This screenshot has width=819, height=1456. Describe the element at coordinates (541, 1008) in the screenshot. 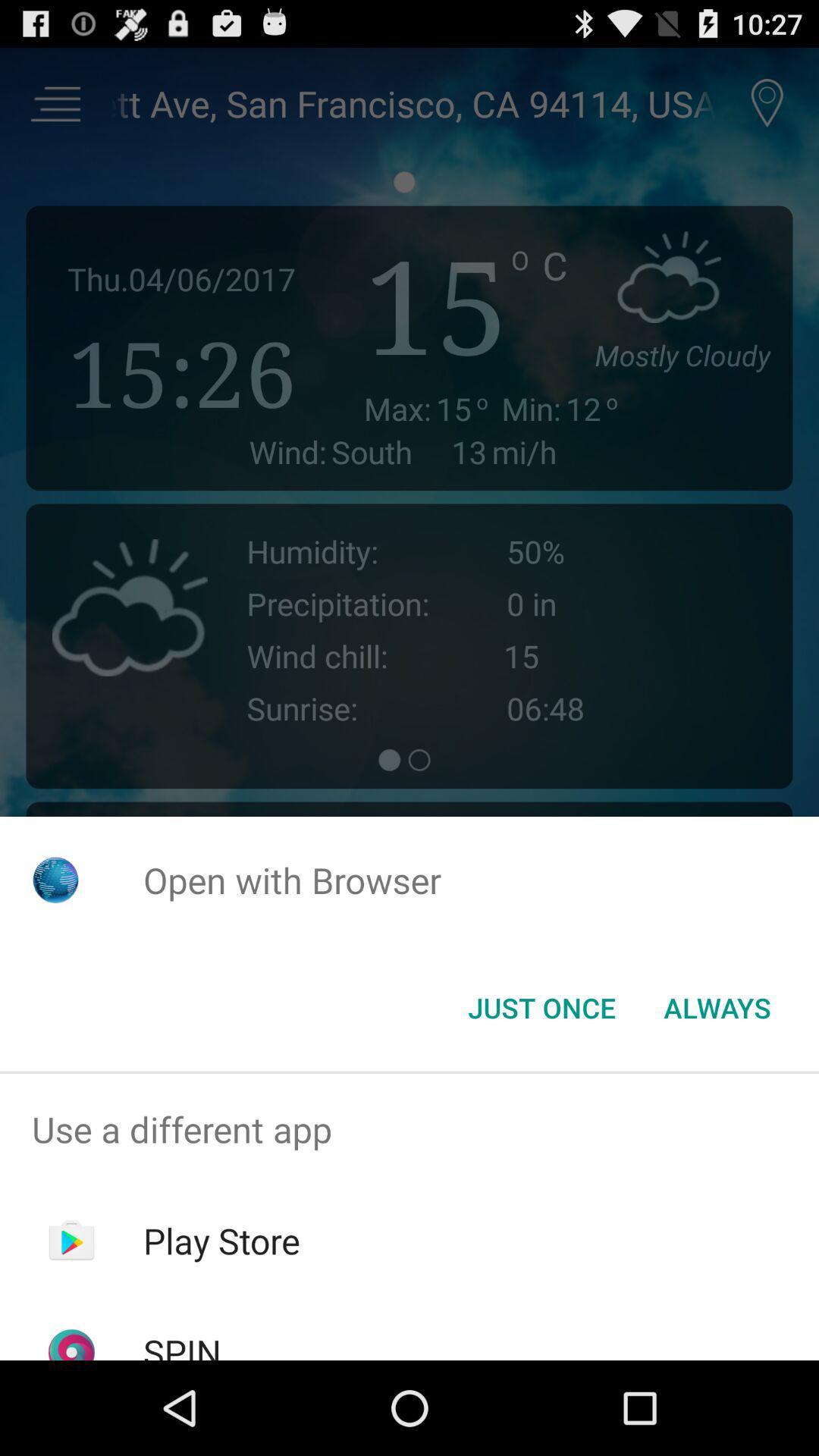

I see `the just once` at that location.